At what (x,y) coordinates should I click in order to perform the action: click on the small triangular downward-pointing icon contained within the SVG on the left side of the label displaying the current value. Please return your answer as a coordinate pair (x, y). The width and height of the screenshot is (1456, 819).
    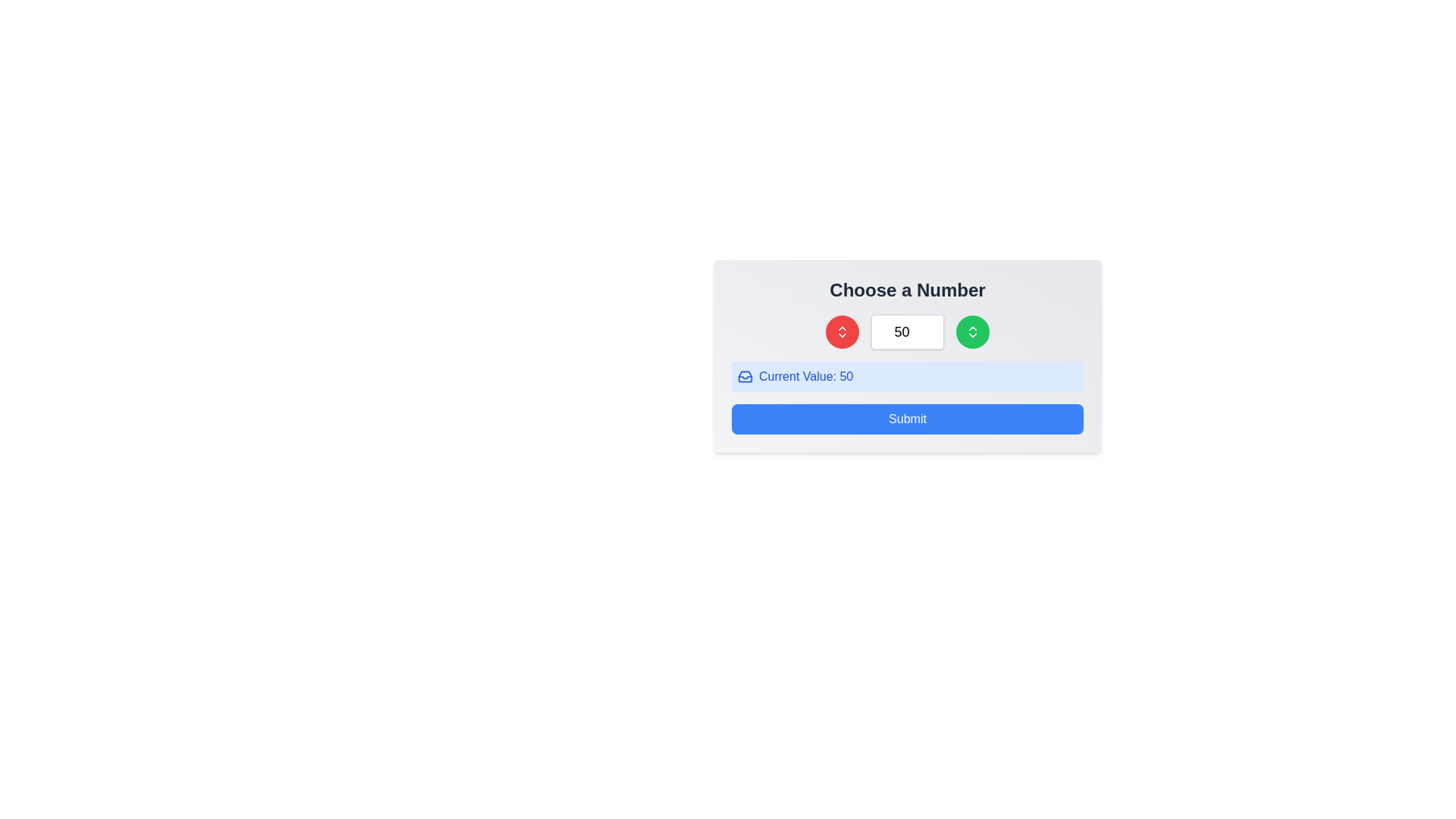
    Looking at the image, I should click on (745, 376).